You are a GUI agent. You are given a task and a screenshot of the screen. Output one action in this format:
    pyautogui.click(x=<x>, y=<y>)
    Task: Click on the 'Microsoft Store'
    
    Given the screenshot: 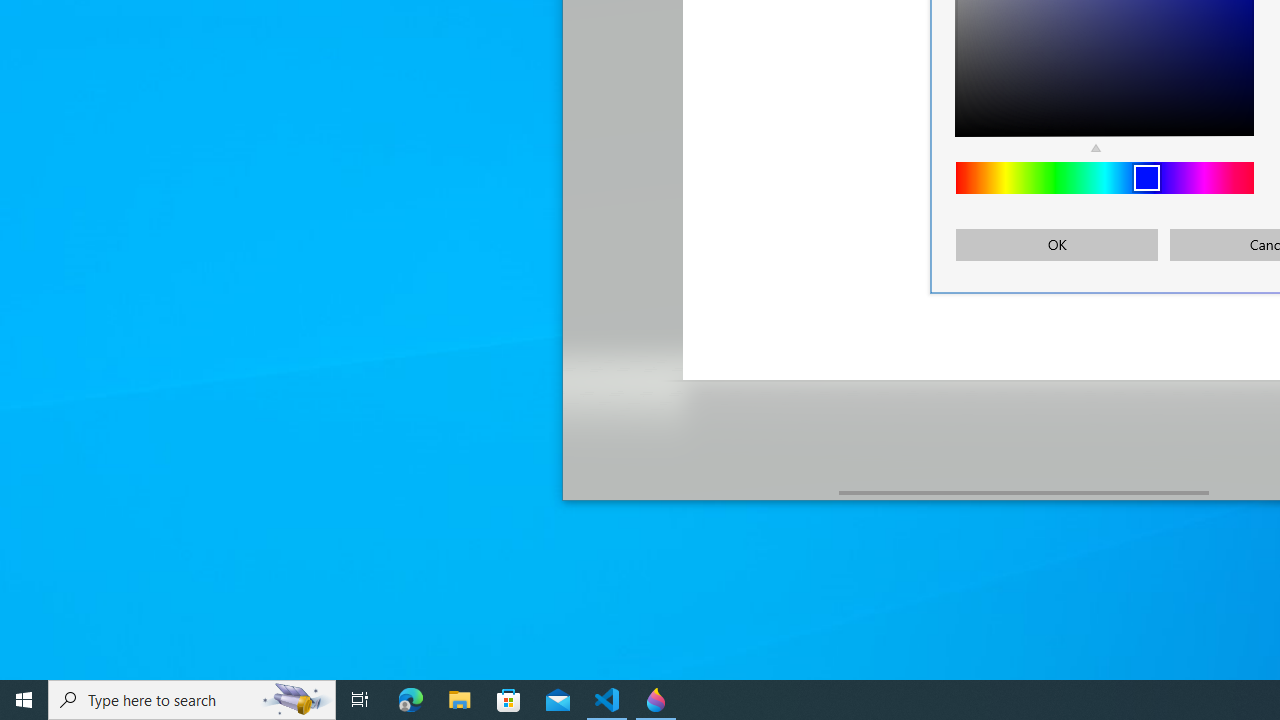 What is the action you would take?
    pyautogui.click(x=509, y=698)
    